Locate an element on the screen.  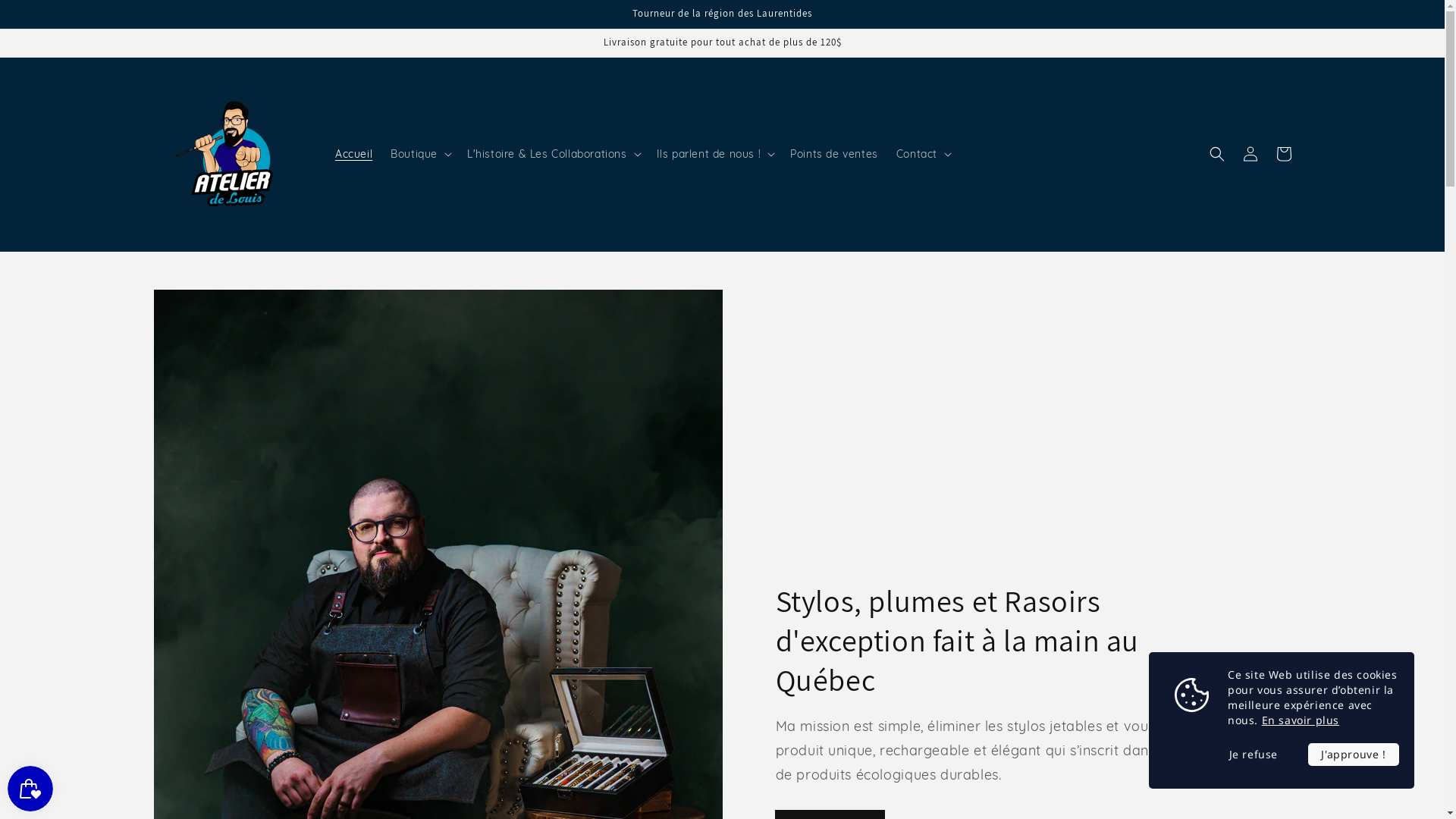
'Connexion' is located at coordinates (1249, 154).